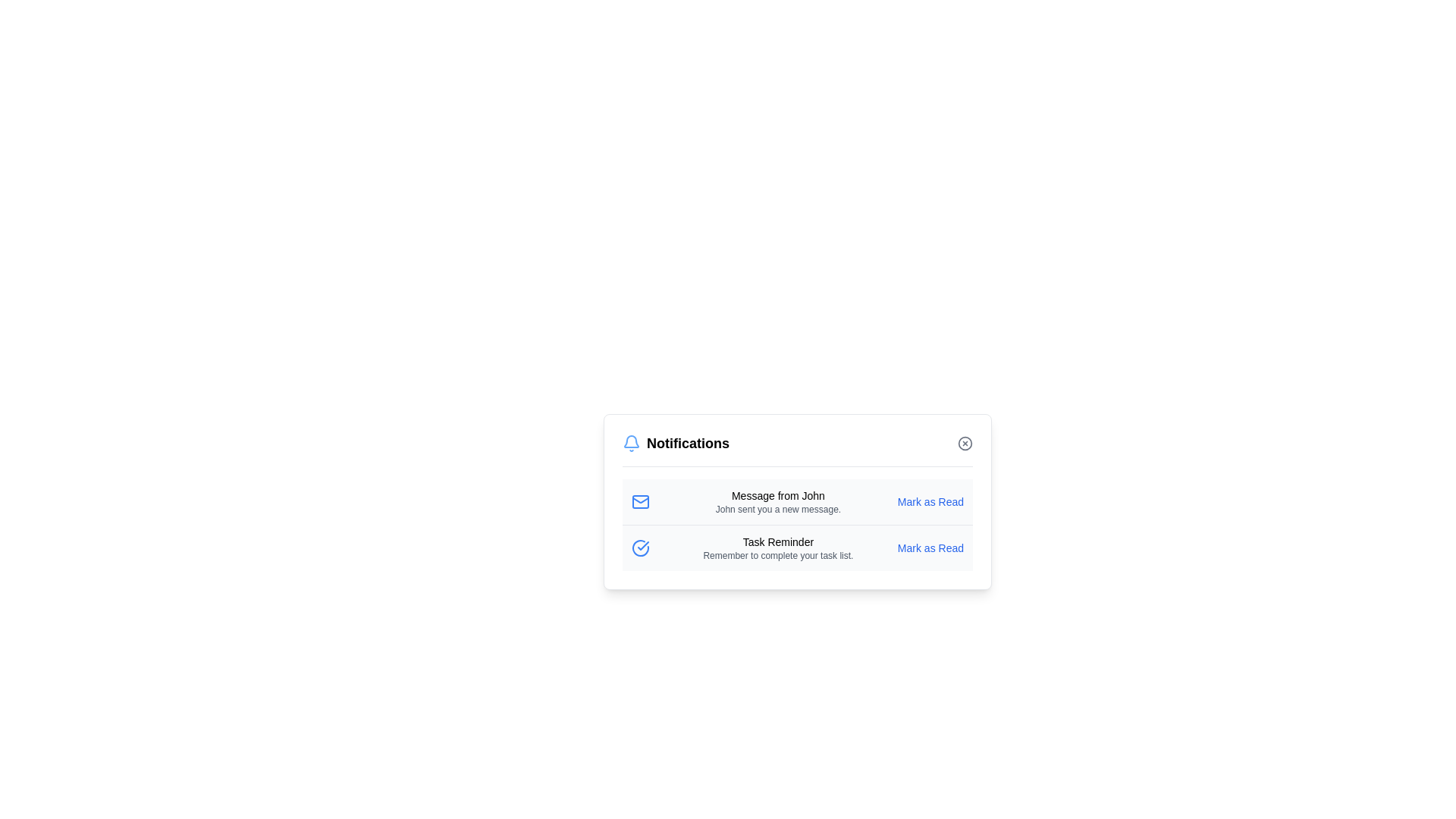 This screenshot has width=1456, height=819. Describe the element at coordinates (640, 502) in the screenshot. I see `the rectangular icon component with a blue outline, which is centered within the mail icon graphic in the upper section of the notification list` at that location.